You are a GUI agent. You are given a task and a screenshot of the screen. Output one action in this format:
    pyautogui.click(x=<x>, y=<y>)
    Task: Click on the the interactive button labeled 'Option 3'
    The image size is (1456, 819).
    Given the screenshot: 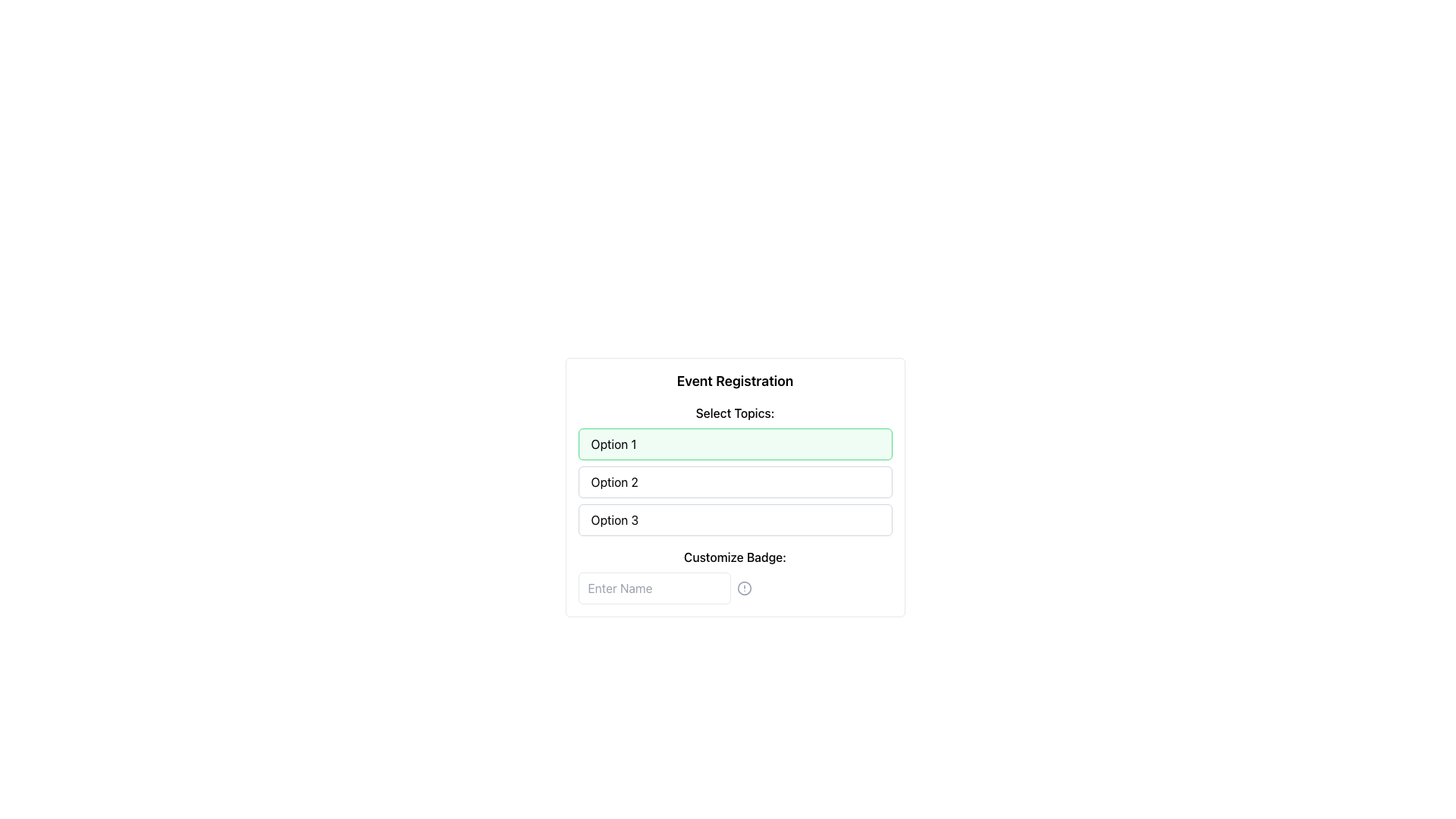 What is the action you would take?
    pyautogui.click(x=735, y=519)
    